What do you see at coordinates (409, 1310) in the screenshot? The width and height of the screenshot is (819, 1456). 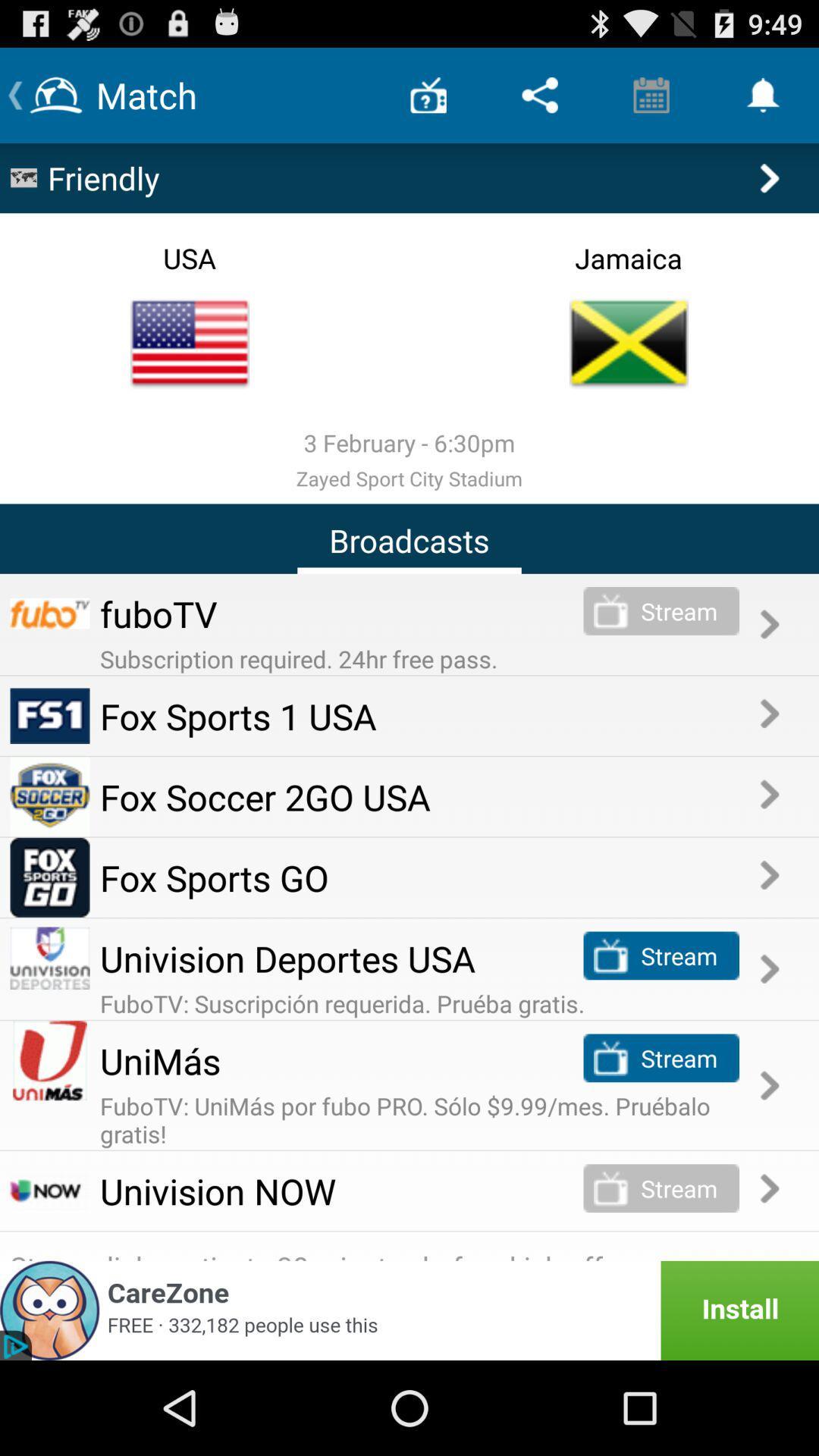 I see `install advertisement` at bounding box center [409, 1310].